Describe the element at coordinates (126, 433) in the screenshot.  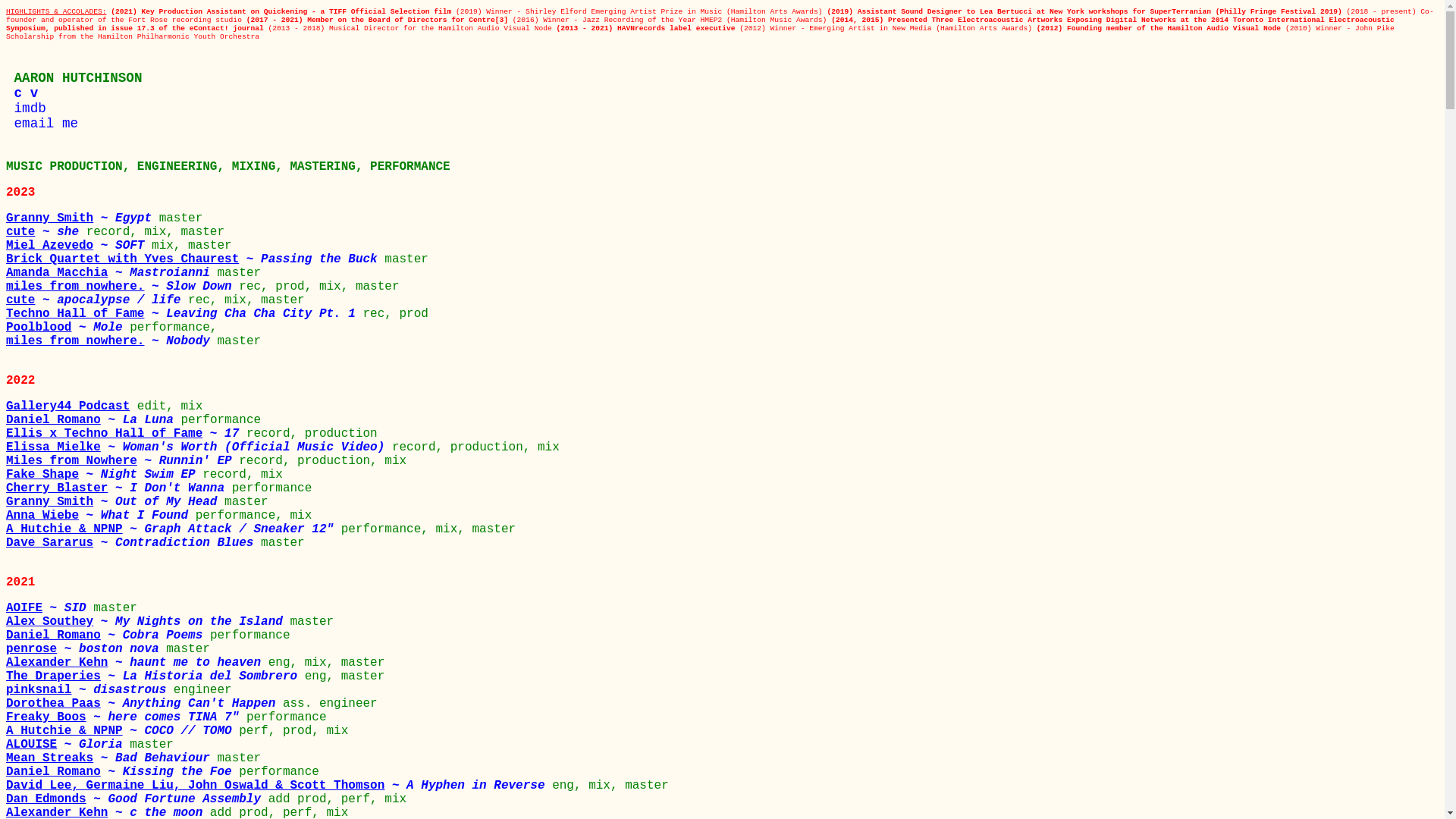
I see `'Ellis x Techno Hall of Fame ~ 17'` at that location.